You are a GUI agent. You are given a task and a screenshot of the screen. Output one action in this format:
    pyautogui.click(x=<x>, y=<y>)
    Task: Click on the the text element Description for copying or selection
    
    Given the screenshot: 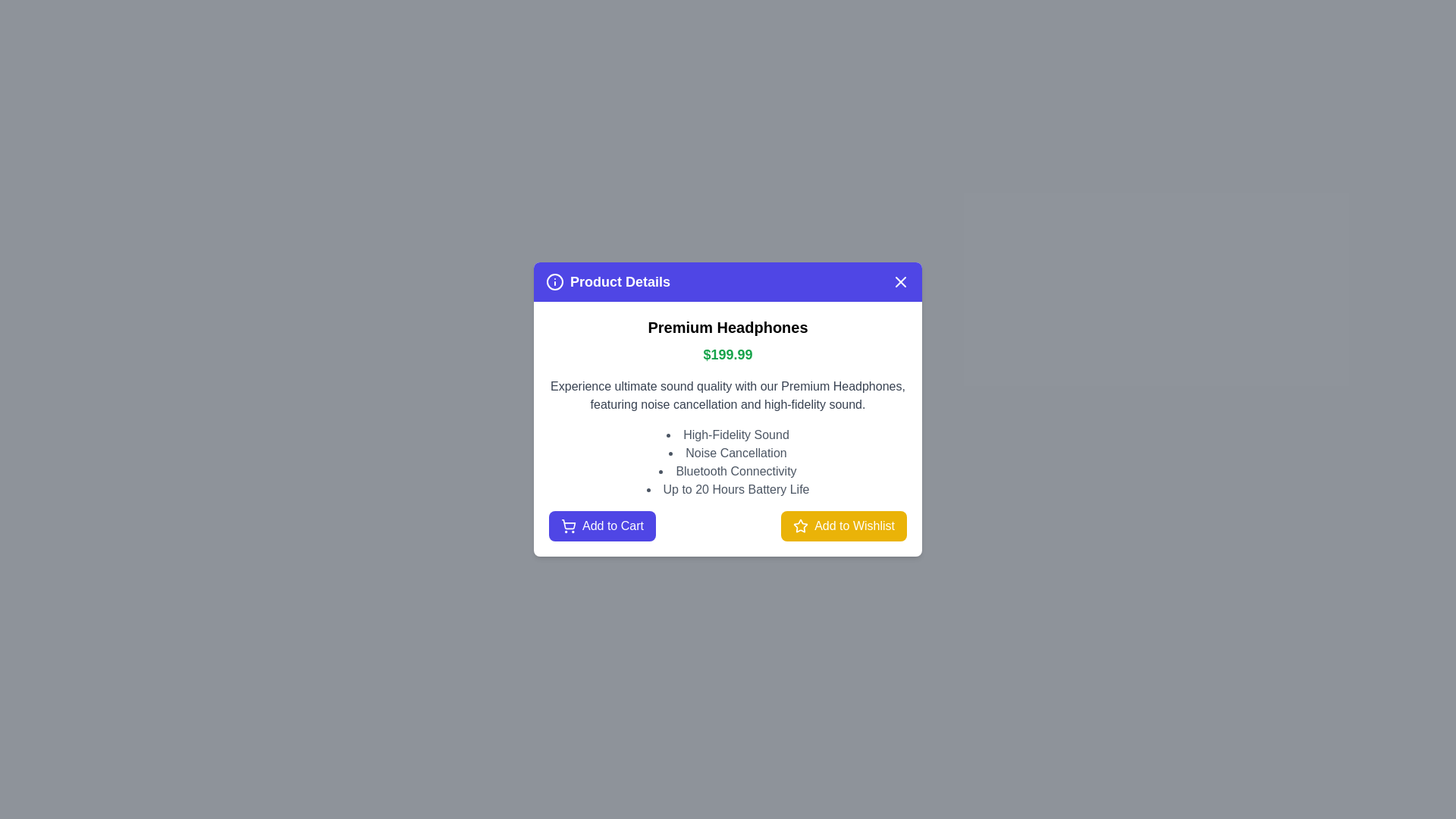 What is the action you would take?
    pyautogui.click(x=728, y=394)
    